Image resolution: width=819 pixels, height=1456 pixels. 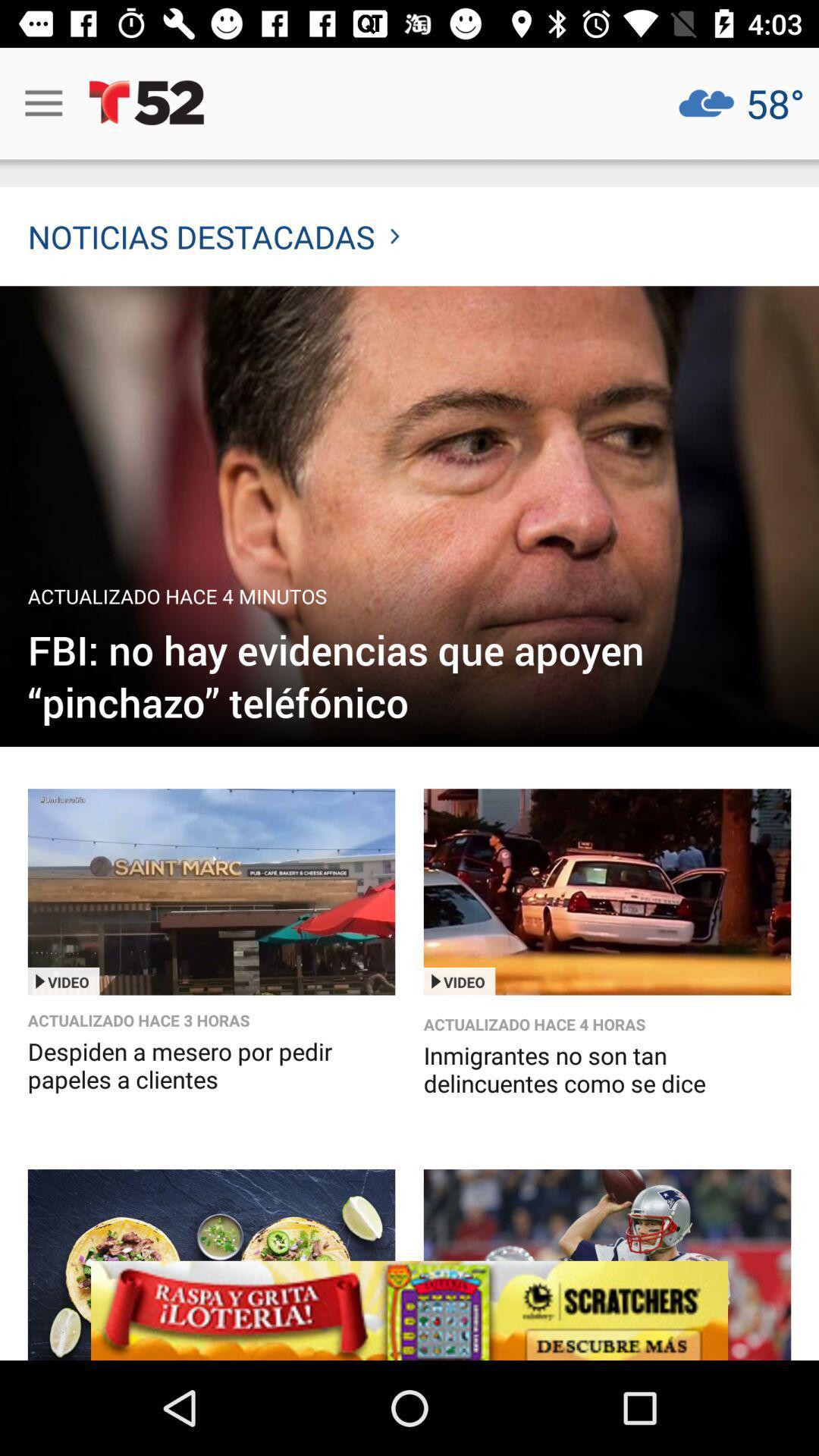 What do you see at coordinates (211, 892) in the screenshot?
I see `open story` at bounding box center [211, 892].